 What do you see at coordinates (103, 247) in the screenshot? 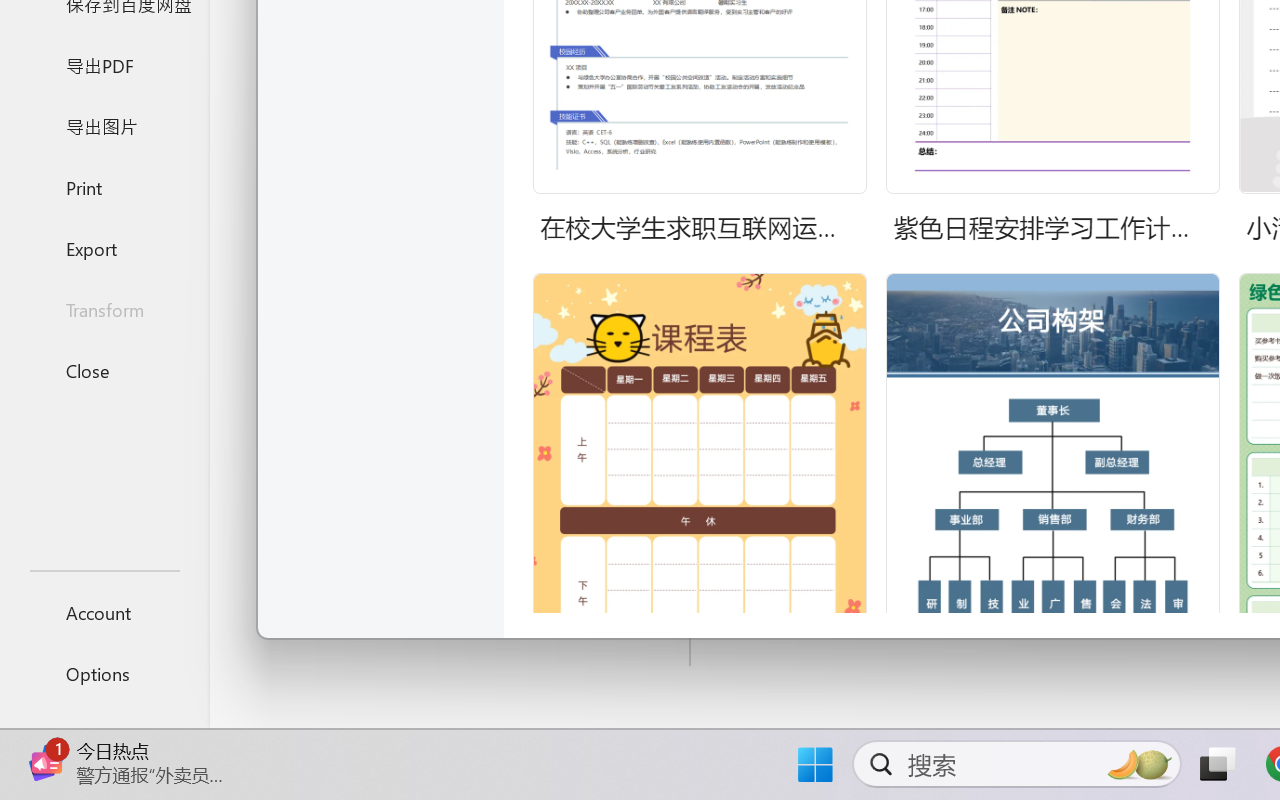
I see `'Export'` at bounding box center [103, 247].